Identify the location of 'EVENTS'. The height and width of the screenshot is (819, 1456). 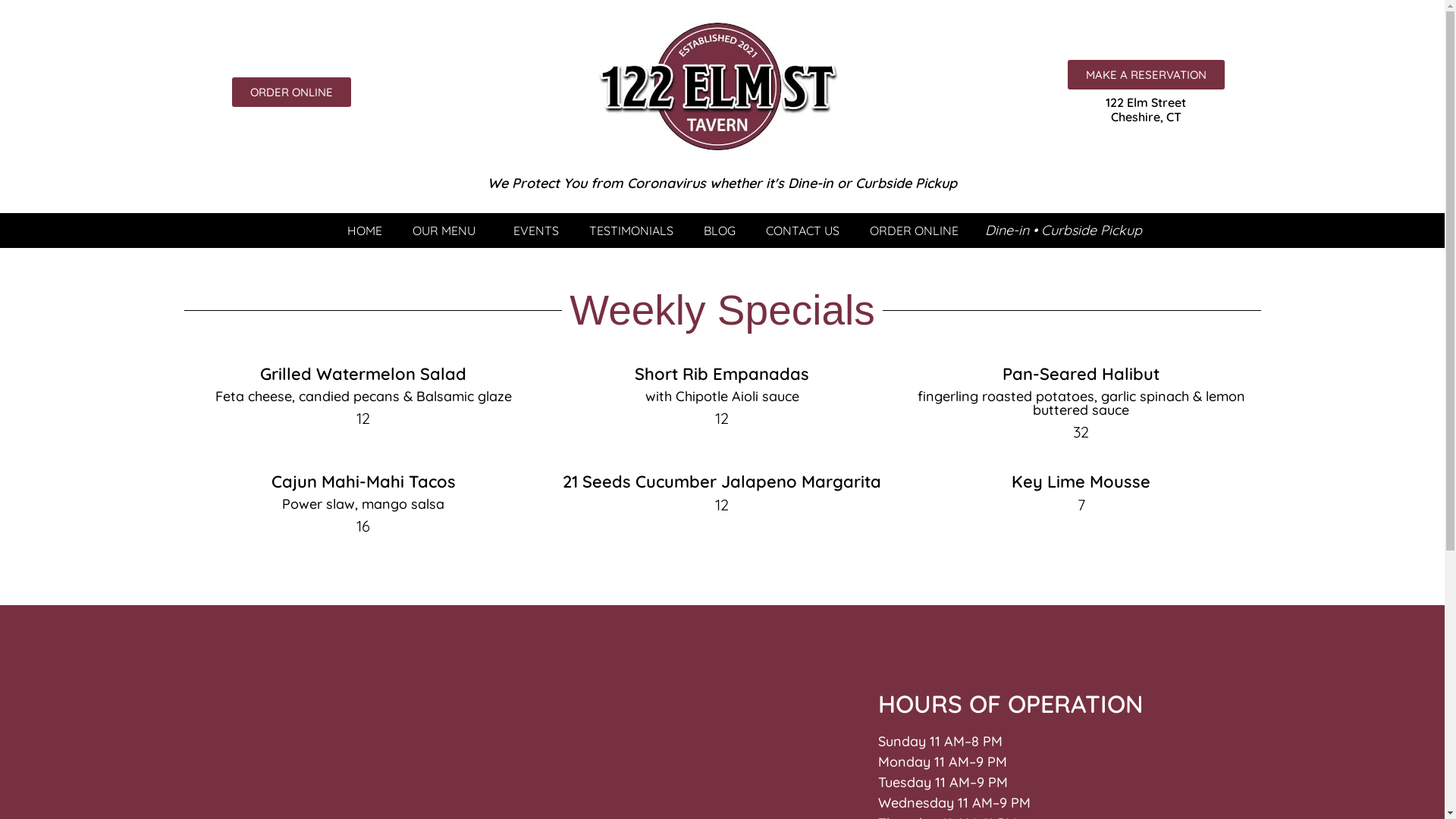
(535, 231).